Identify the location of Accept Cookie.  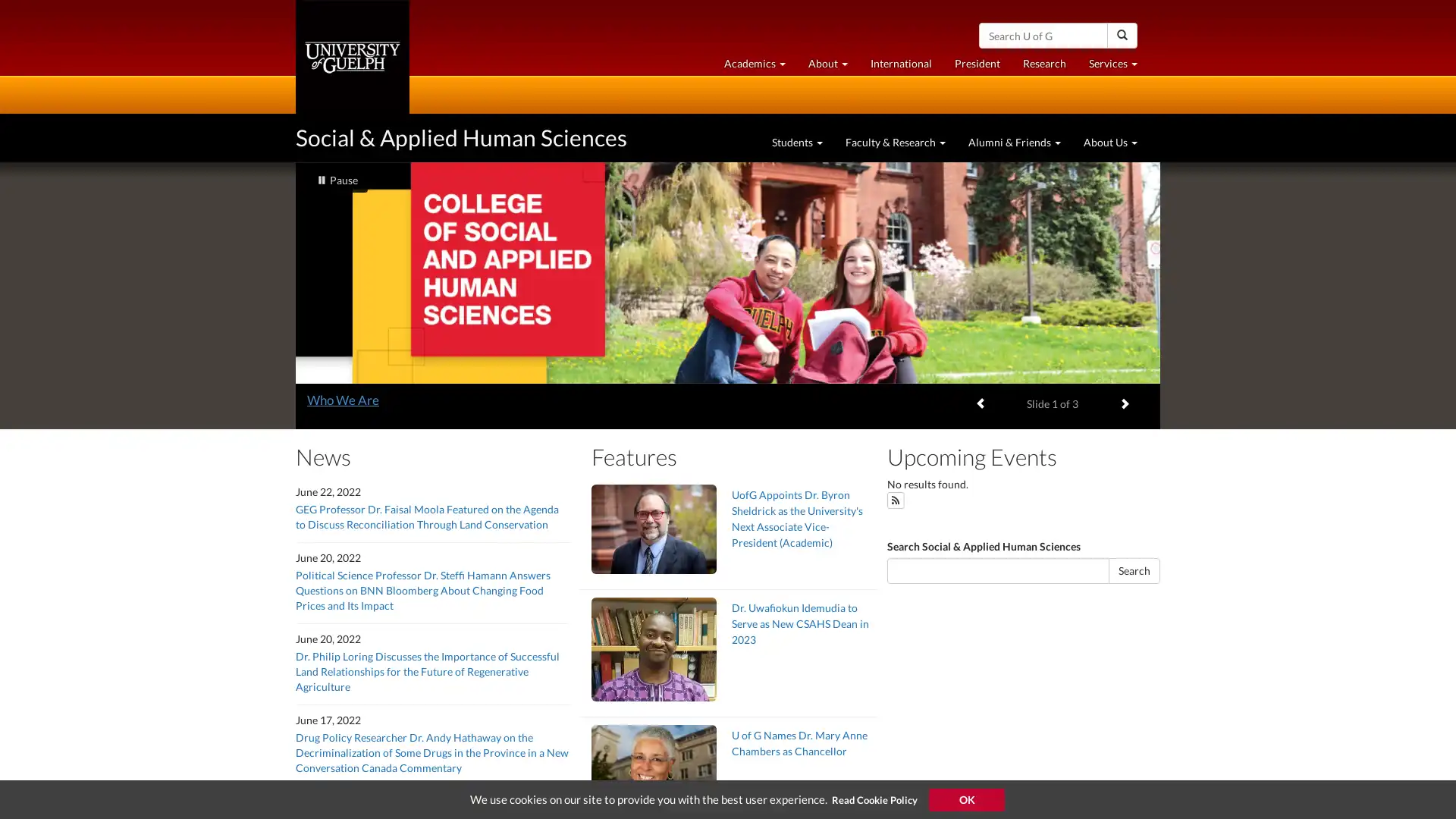
(966, 798).